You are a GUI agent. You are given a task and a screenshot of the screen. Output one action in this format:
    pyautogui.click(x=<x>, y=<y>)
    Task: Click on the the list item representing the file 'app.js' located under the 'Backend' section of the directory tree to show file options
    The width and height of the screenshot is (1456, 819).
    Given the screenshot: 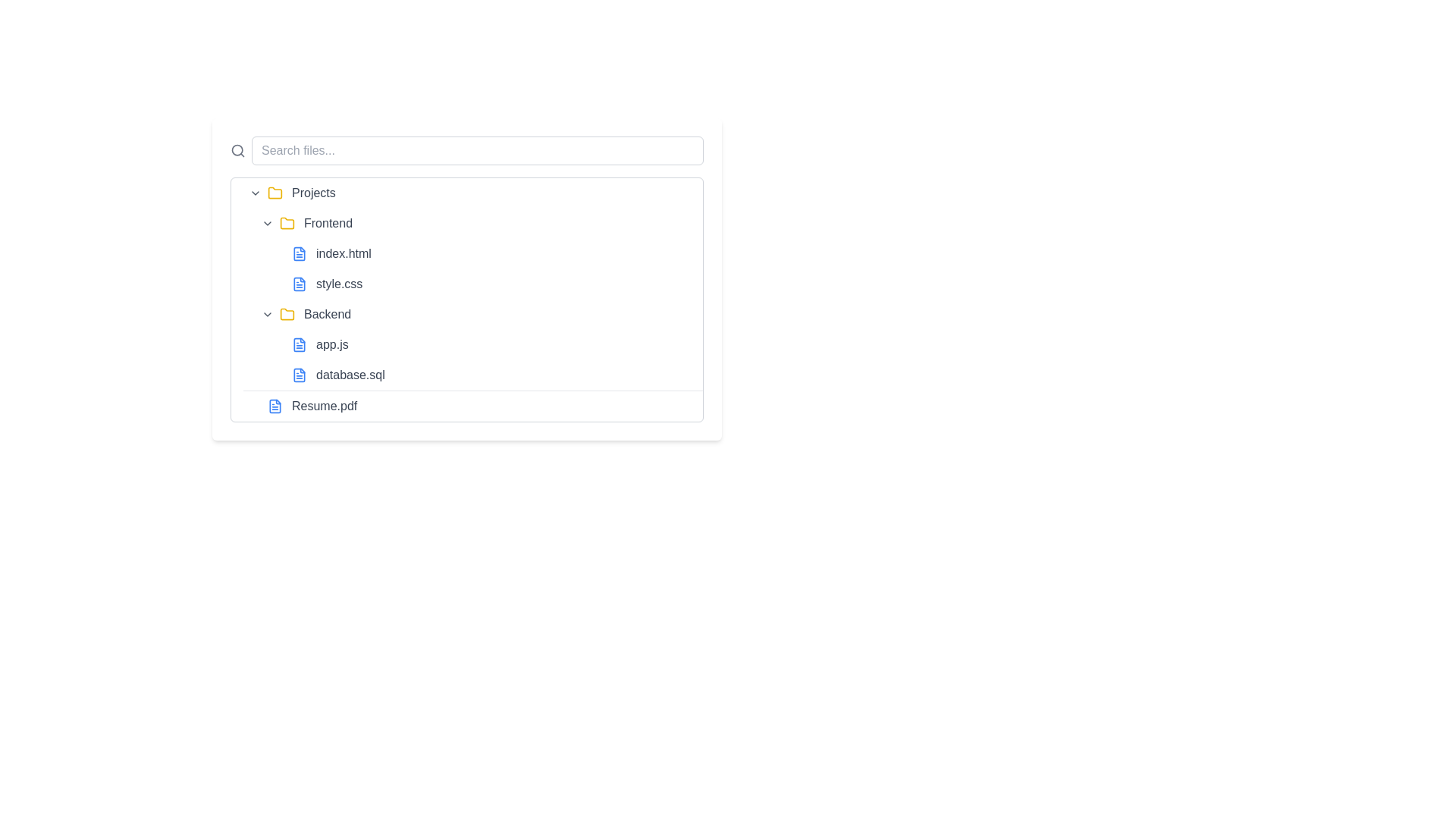 What is the action you would take?
    pyautogui.click(x=484, y=345)
    